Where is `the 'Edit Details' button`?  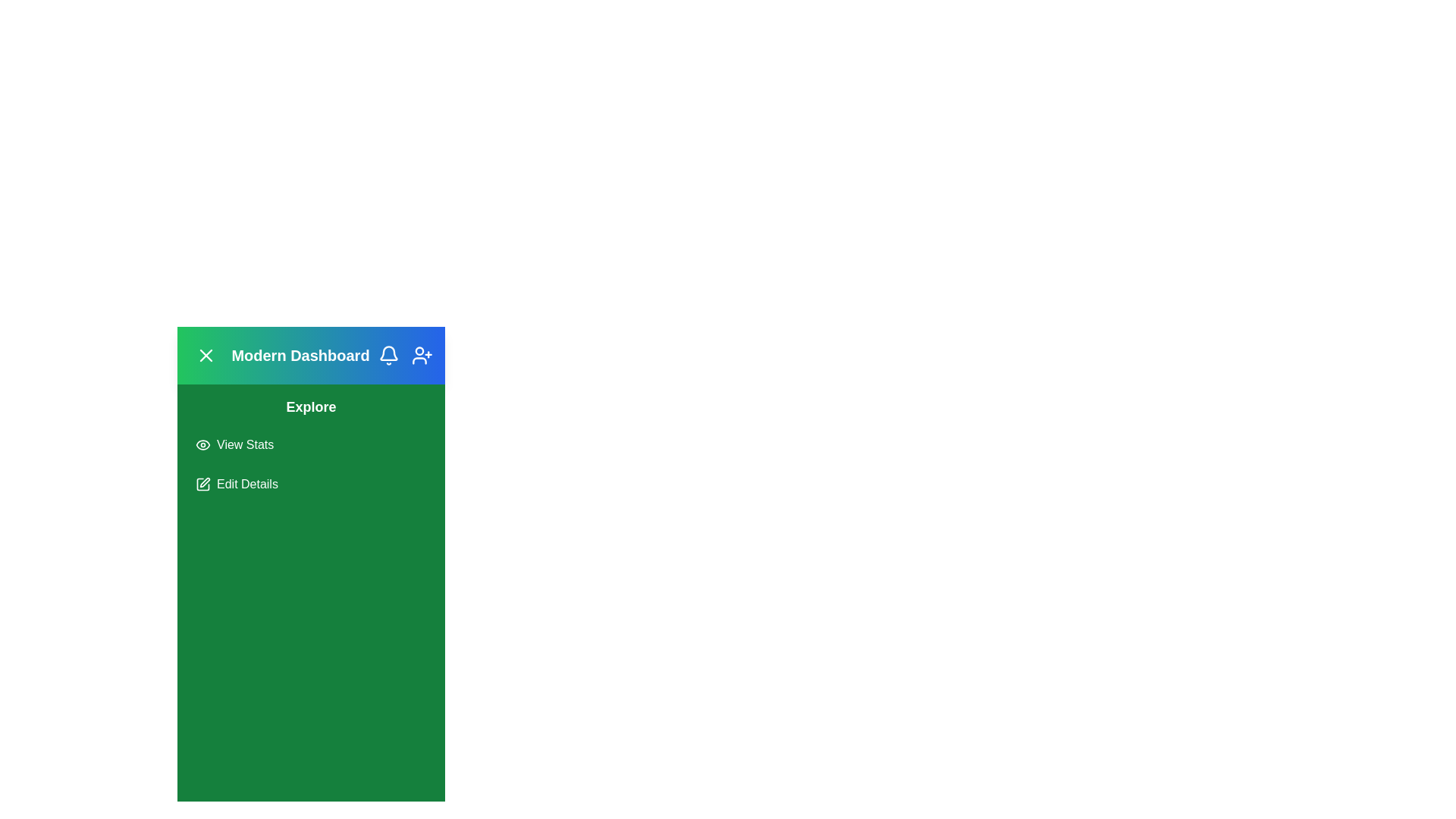 the 'Edit Details' button is located at coordinates (236, 485).